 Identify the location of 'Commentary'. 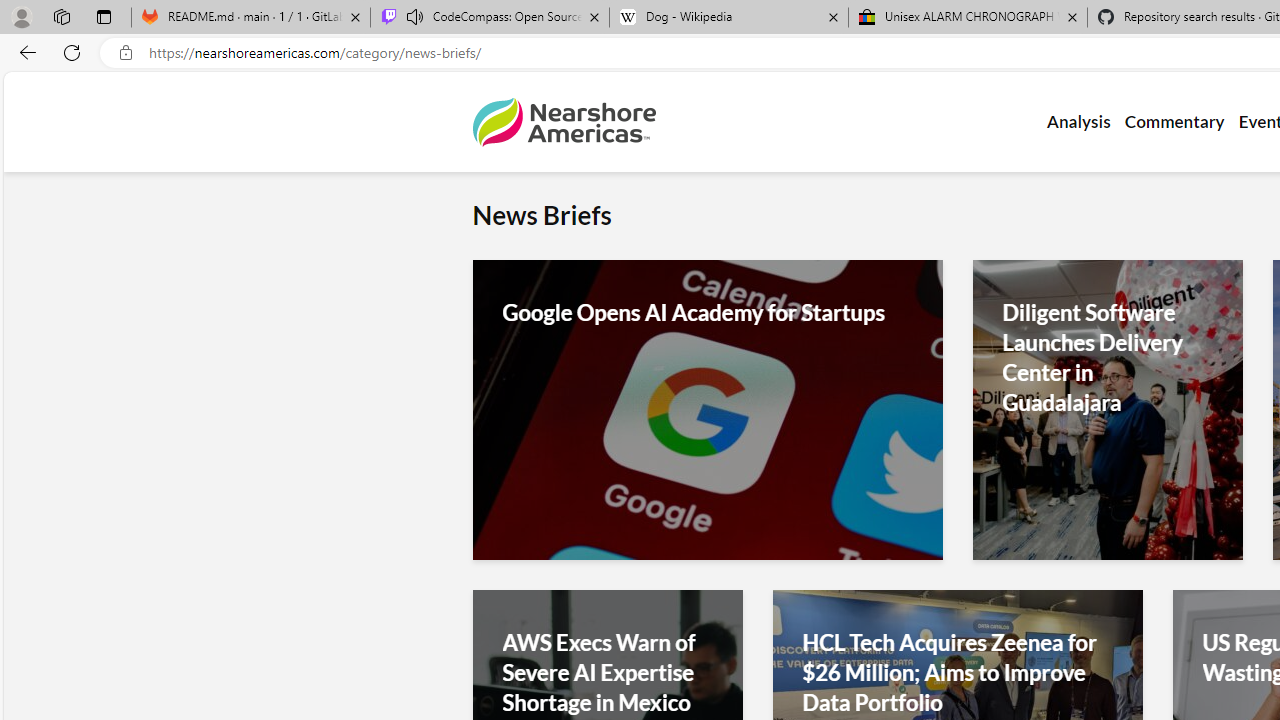
(1174, 122).